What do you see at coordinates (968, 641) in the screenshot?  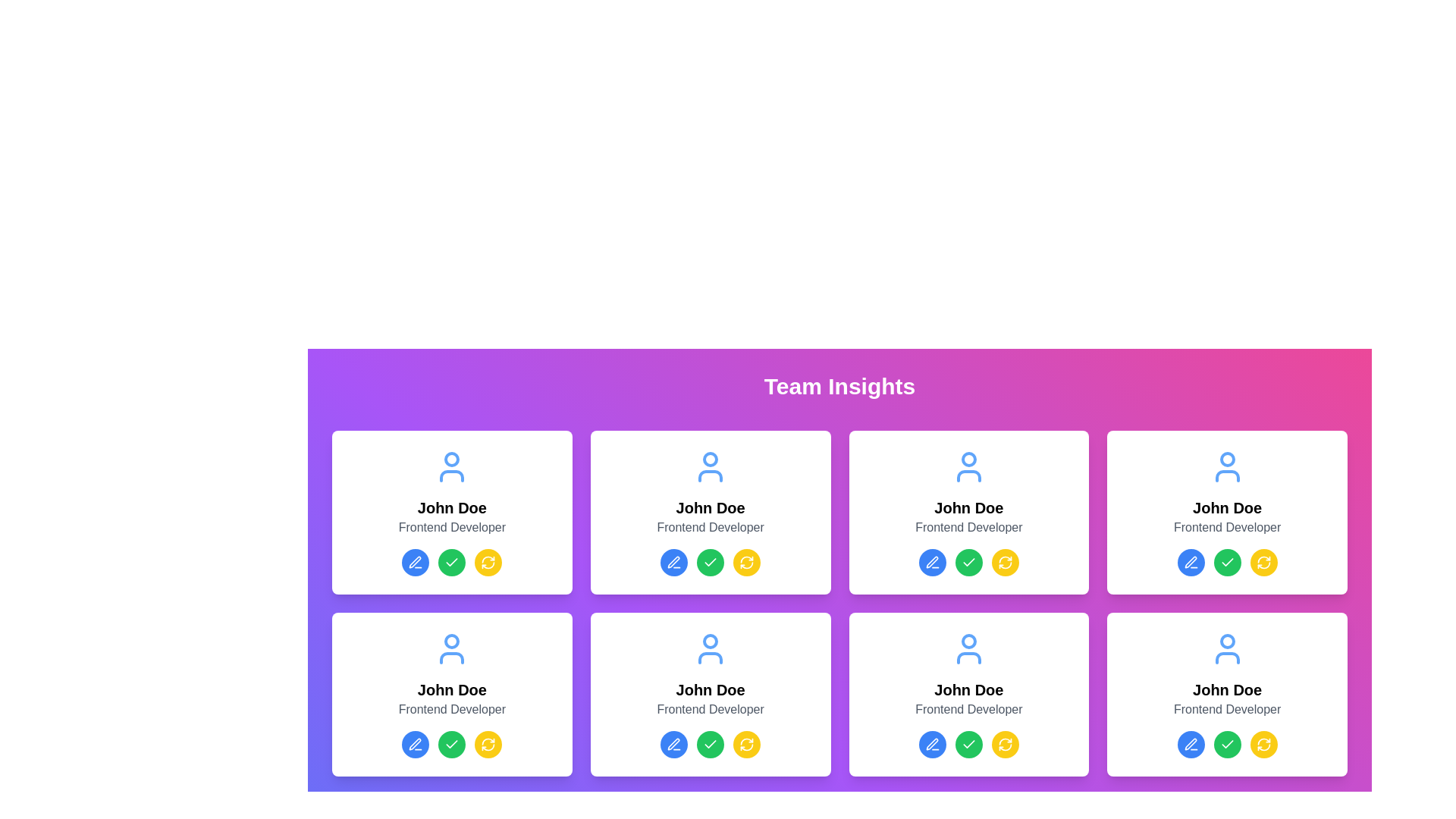 I see `the SVG circle element representing the head of a user icon located in the bottom-right card of the grid layout under 'Team Insights'` at bounding box center [968, 641].